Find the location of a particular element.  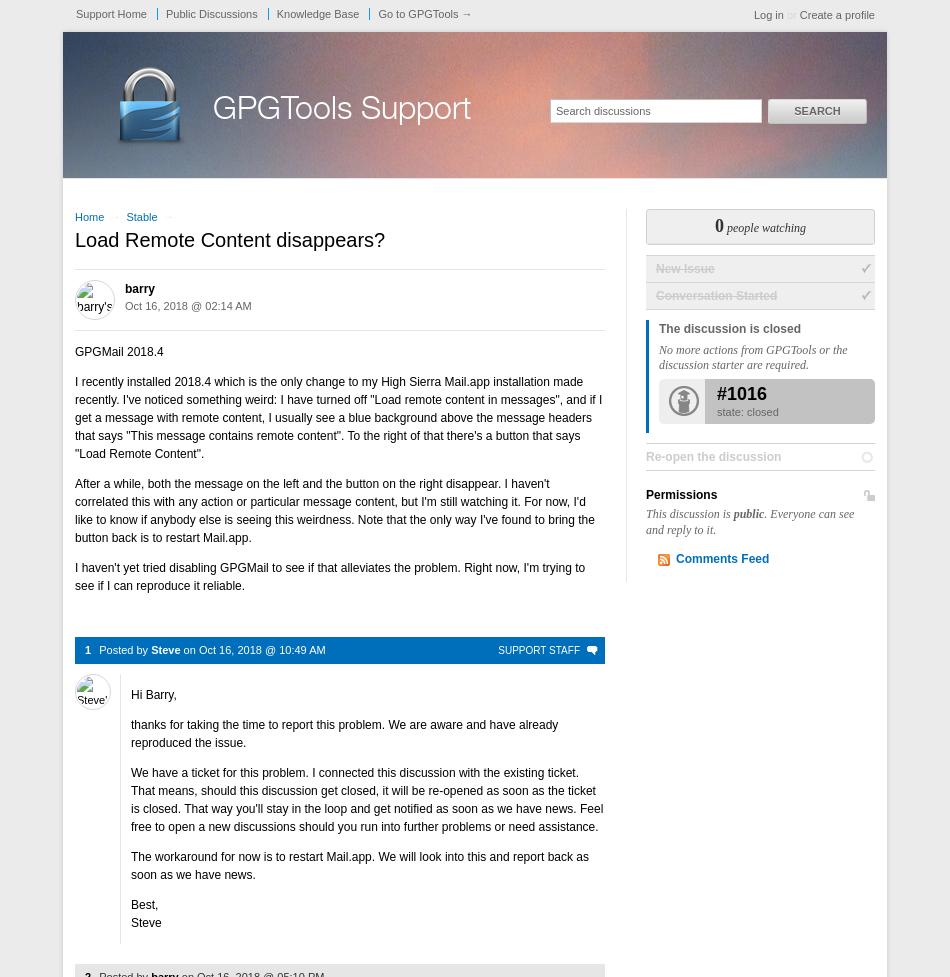

'The workaround for now is to restart Mail.app. We will look into this and report back as soon as we have news.' is located at coordinates (131, 864).